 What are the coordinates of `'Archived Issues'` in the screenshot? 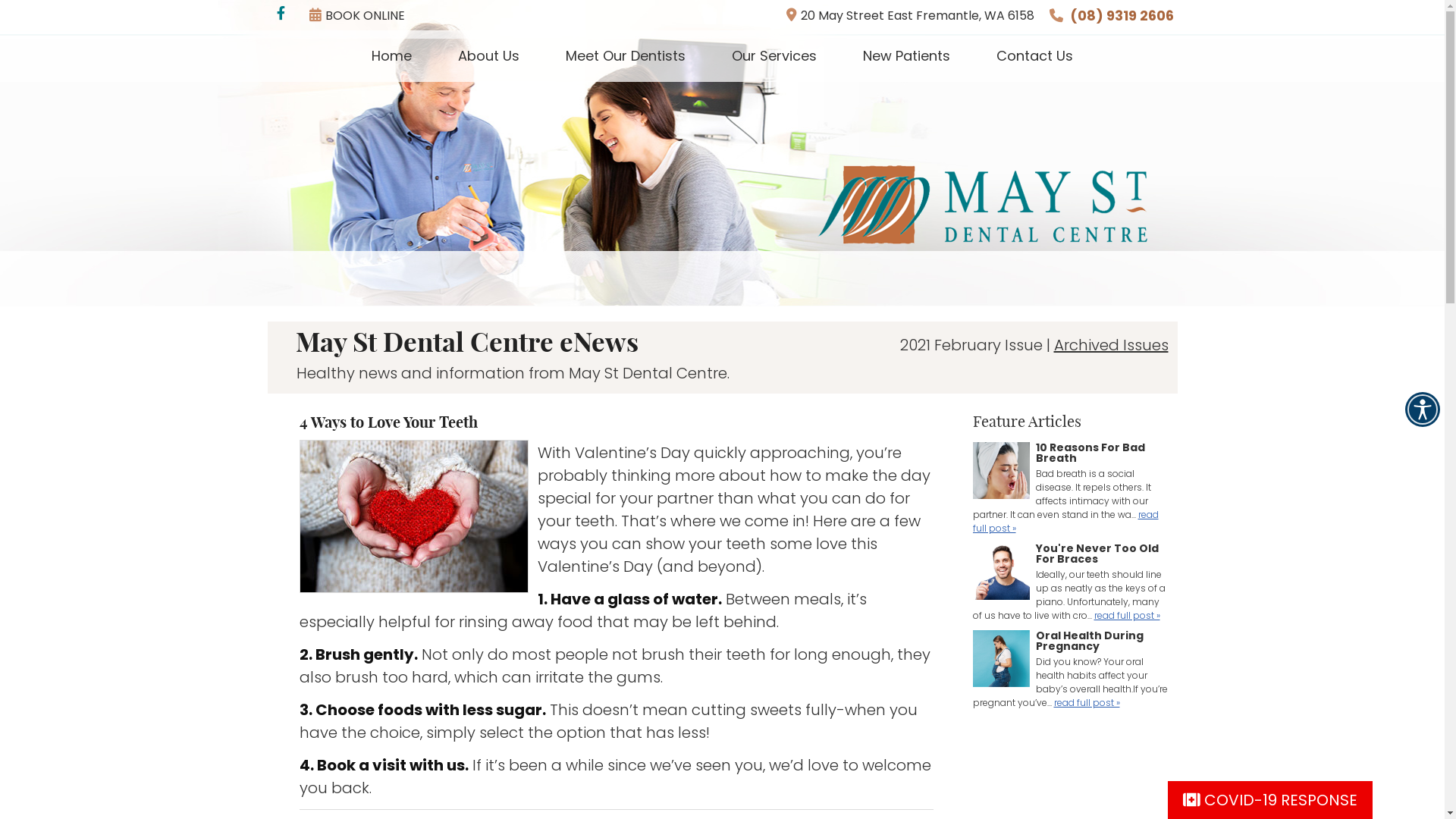 It's located at (1111, 345).